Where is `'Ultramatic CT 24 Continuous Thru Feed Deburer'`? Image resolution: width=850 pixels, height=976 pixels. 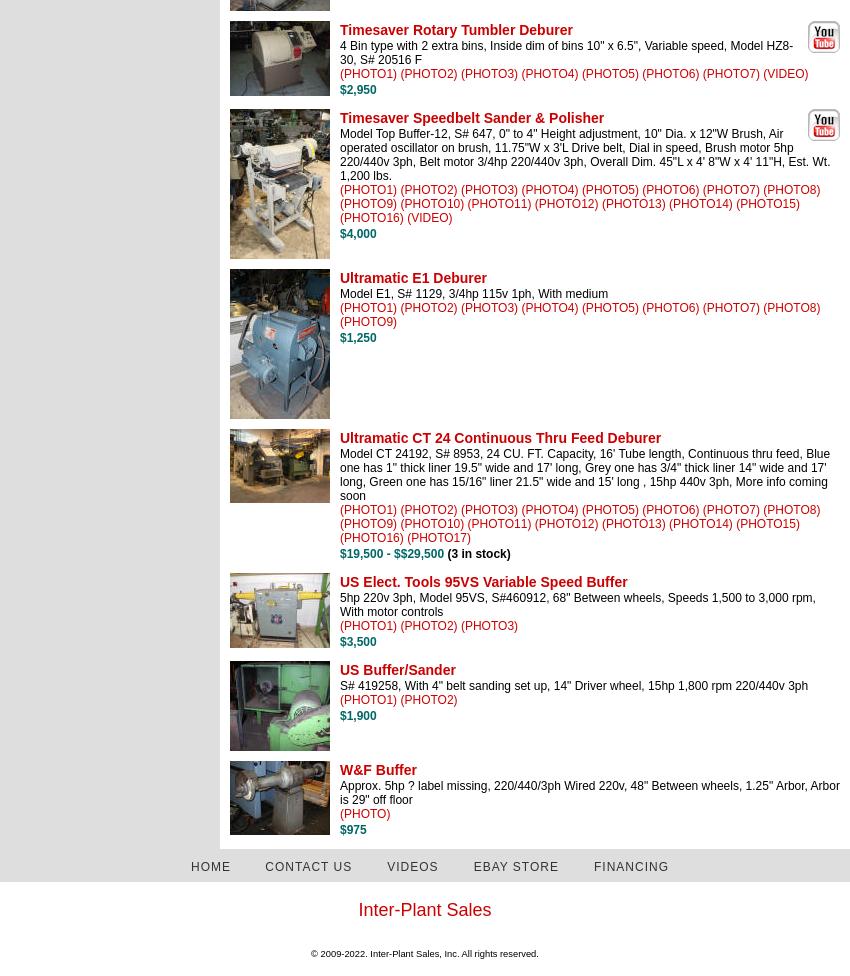
'Ultramatic CT 24 Continuous Thru Feed Deburer' is located at coordinates (500, 437).